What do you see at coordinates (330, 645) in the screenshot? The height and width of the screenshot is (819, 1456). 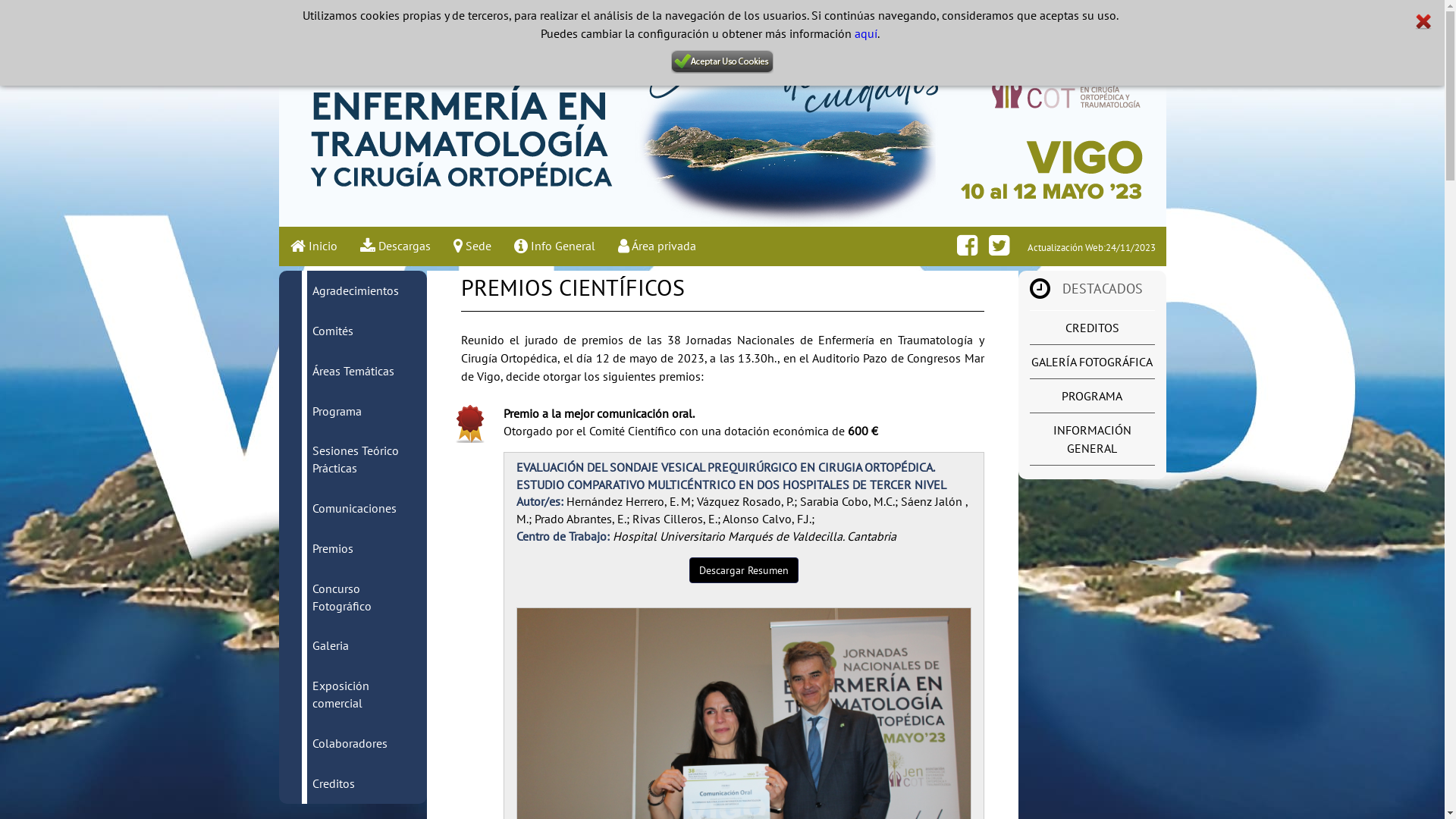 I see `'Galeria'` at bounding box center [330, 645].